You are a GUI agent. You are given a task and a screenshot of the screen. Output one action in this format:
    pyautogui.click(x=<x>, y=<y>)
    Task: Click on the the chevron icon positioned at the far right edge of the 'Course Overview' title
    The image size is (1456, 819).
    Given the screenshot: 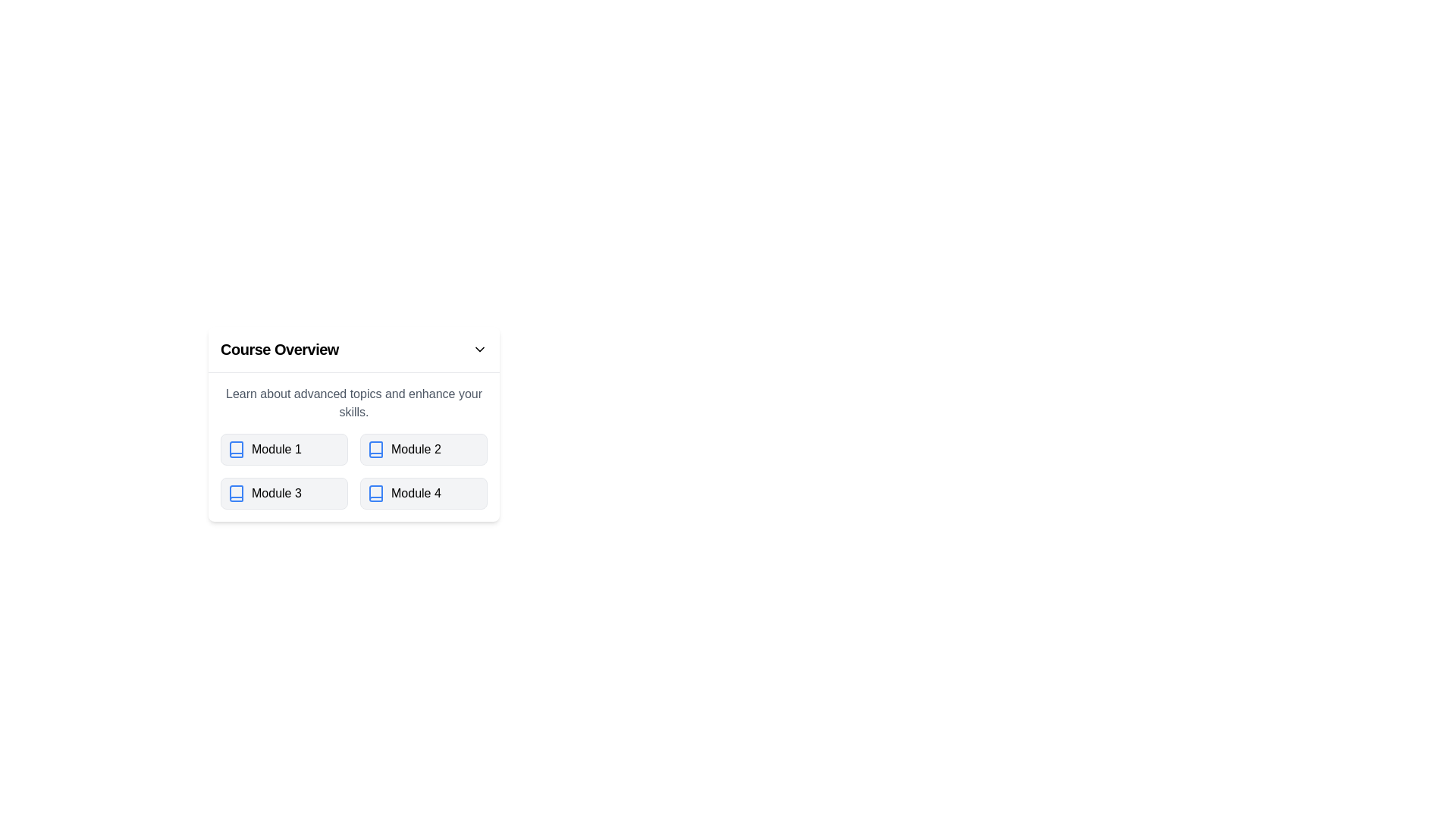 What is the action you would take?
    pyautogui.click(x=479, y=350)
    